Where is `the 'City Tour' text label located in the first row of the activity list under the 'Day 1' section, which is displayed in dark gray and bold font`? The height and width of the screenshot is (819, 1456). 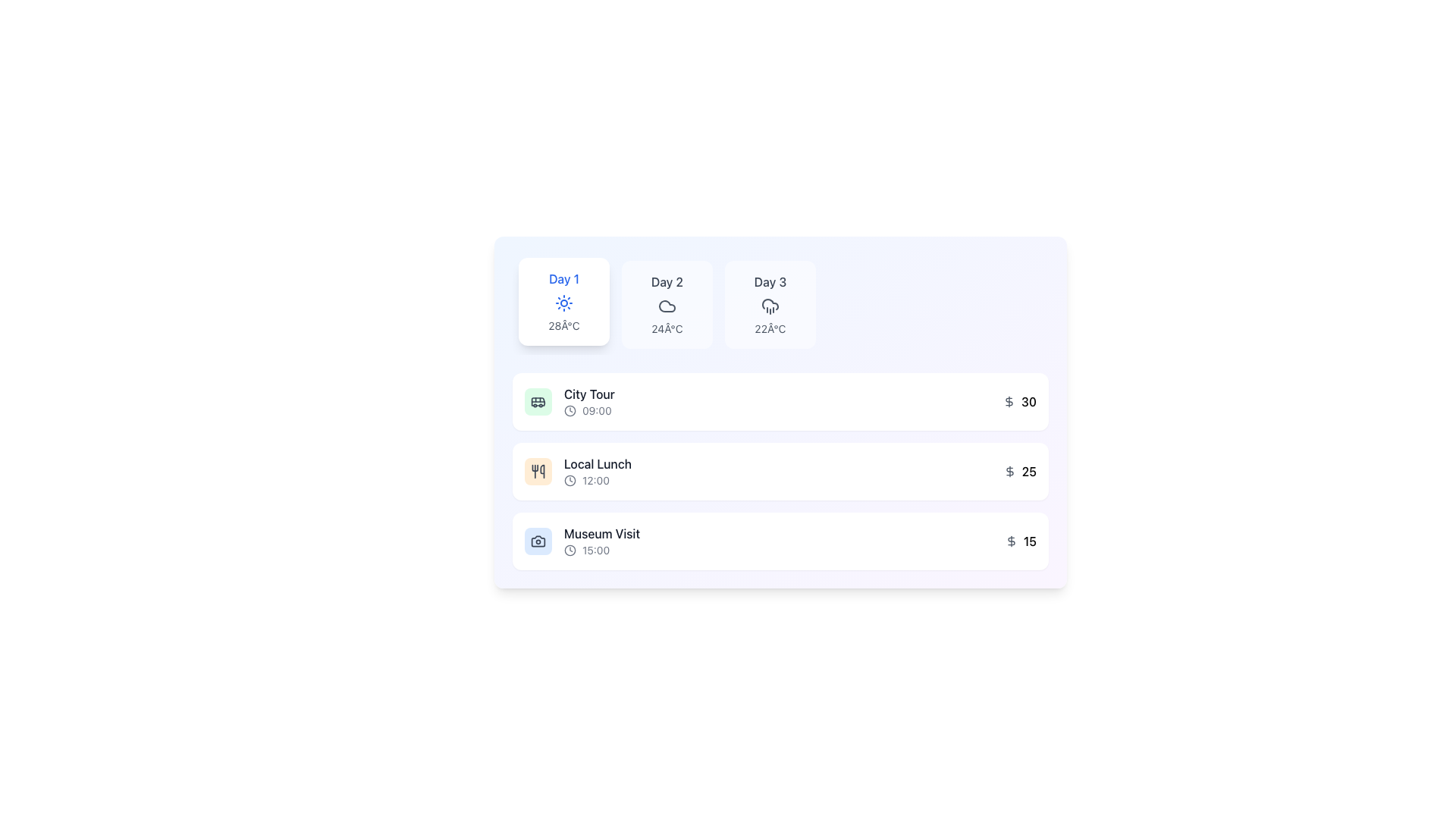 the 'City Tour' text label located in the first row of the activity list under the 'Day 1' section, which is displayed in dark gray and bold font is located at coordinates (588, 394).